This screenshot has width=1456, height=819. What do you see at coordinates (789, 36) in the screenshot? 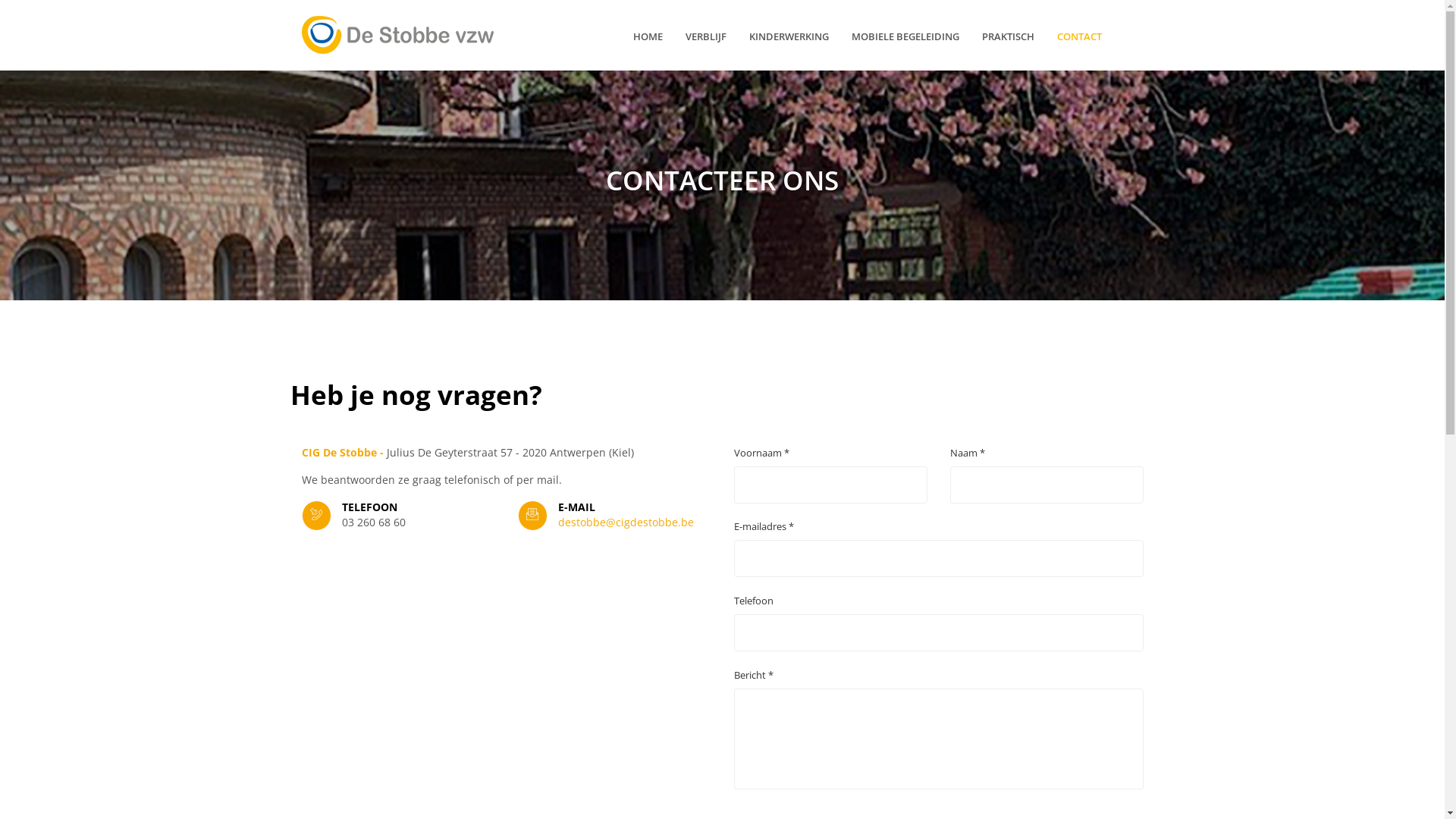
I see `'KINDERWERKING'` at bounding box center [789, 36].